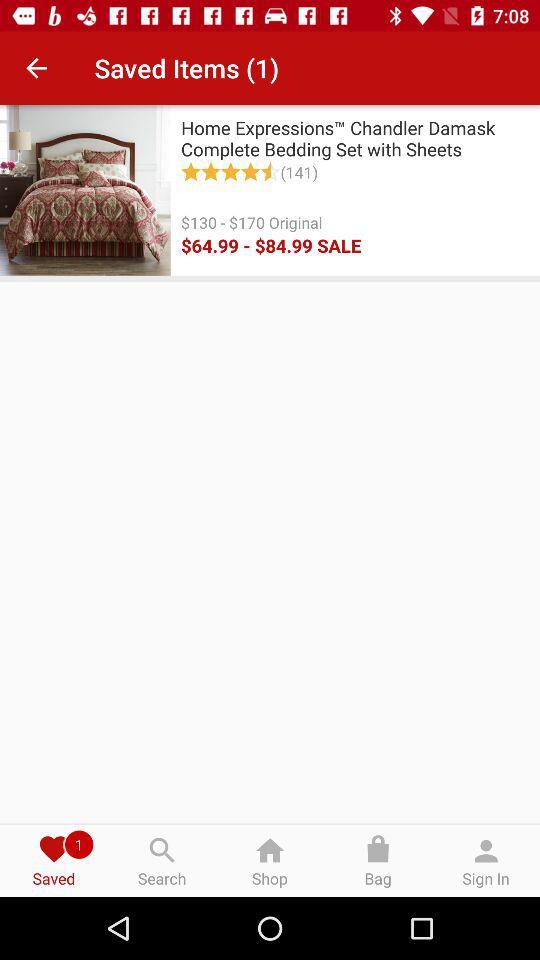 The height and width of the screenshot is (960, 540). Describe the element at coordinates (36, 68) in the screenshot. I see `the icon to the left of saved items (1) item` at that location.